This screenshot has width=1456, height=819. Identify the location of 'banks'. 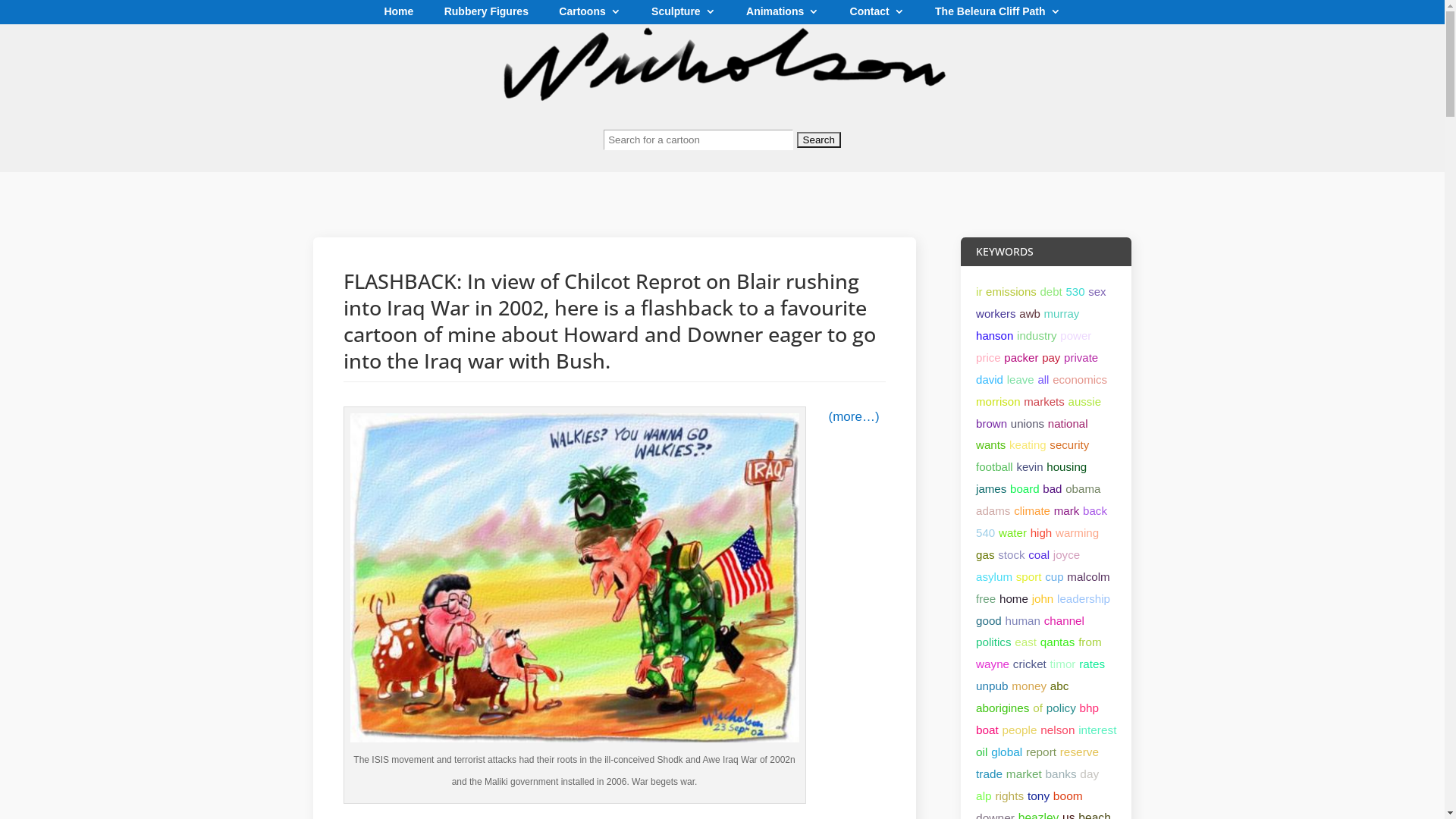
(1060, 773).